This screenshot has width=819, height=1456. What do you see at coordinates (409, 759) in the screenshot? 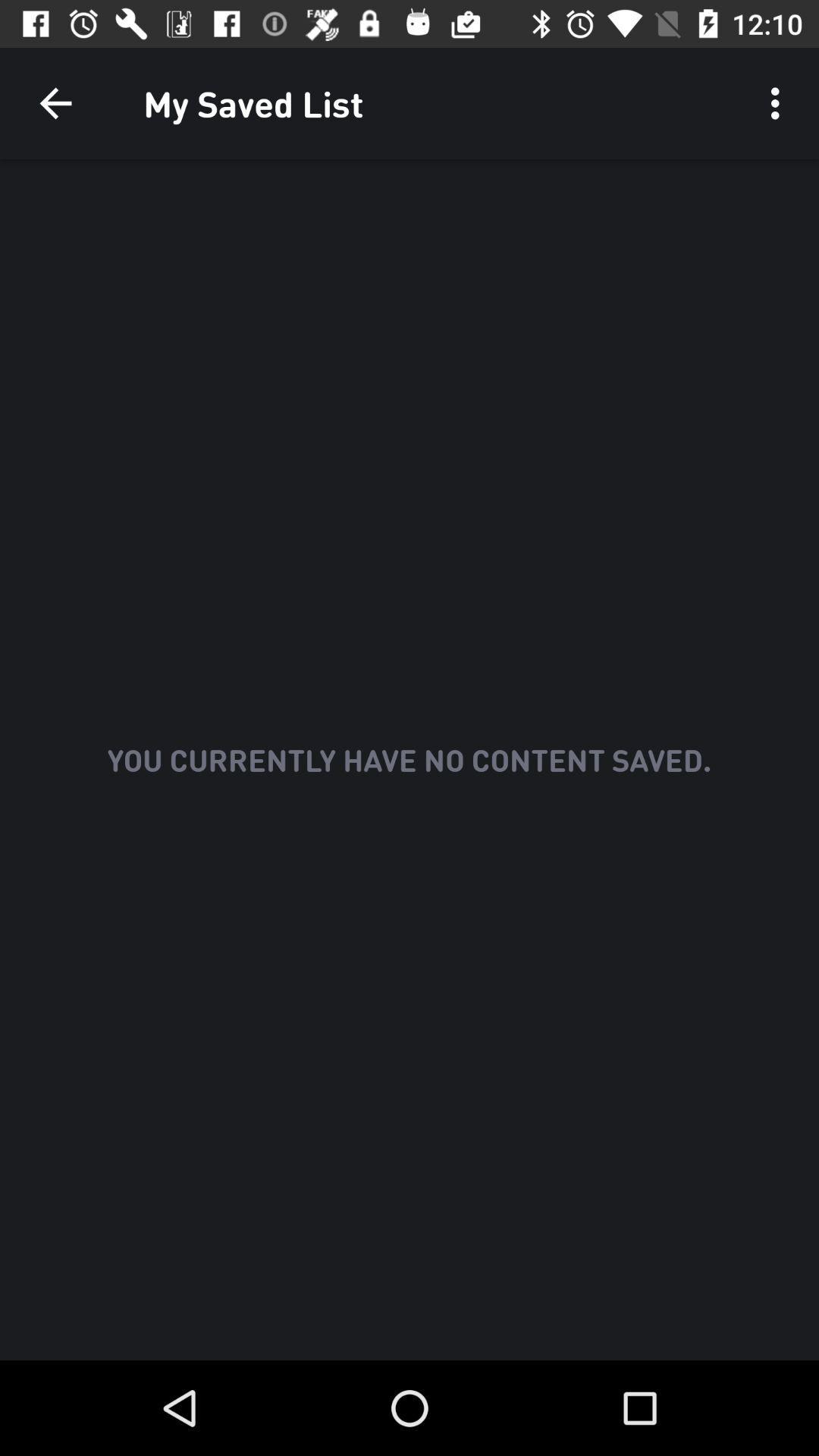
I see `the text at middle of the page` at bounding box center [409, 759].